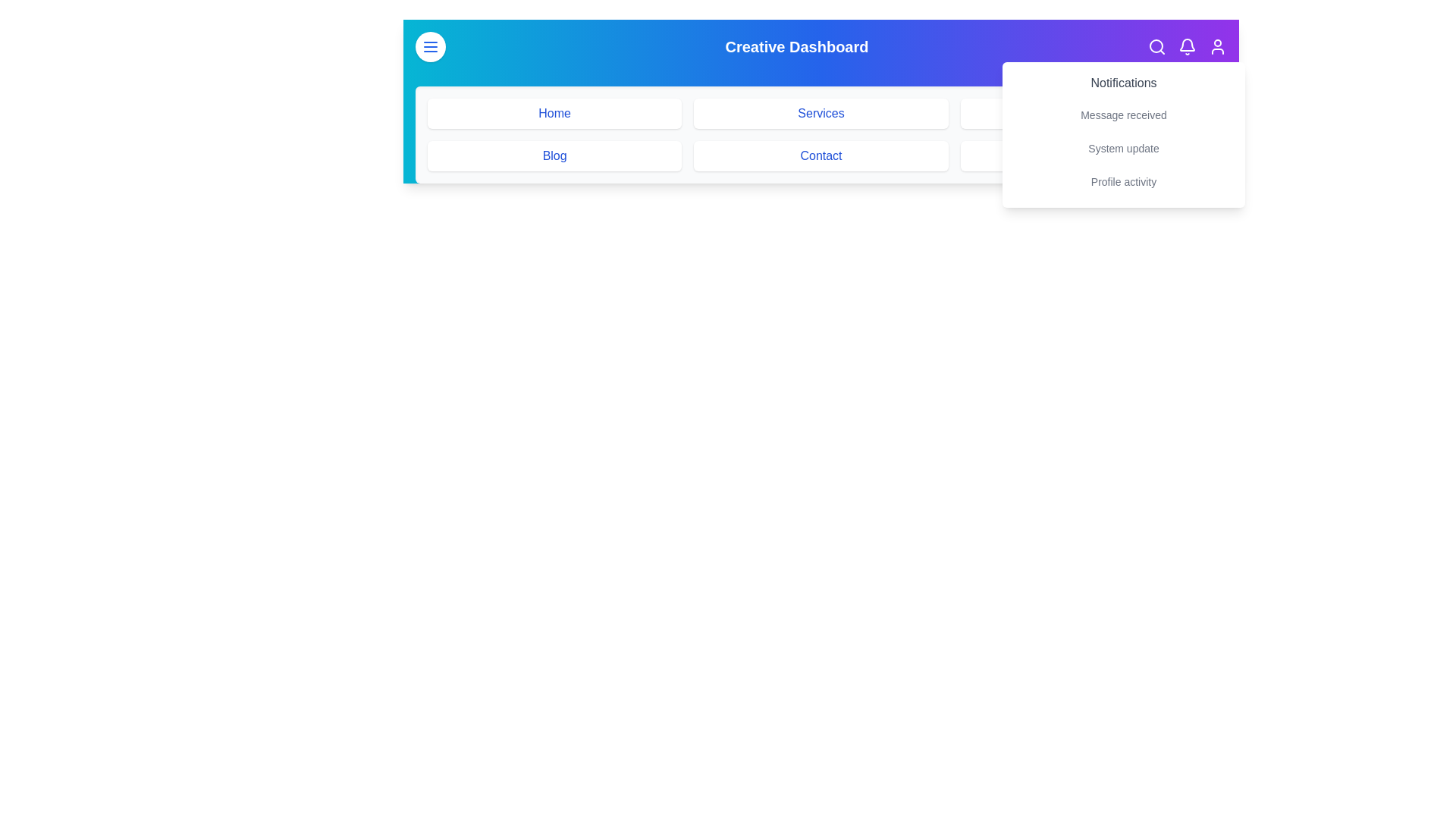 The image size is (1456, 819). Describe the element at coordinates (554, 155) in the screenshot. I see `the menu item labeled Blog to navigate to the corresponding section` at that location.